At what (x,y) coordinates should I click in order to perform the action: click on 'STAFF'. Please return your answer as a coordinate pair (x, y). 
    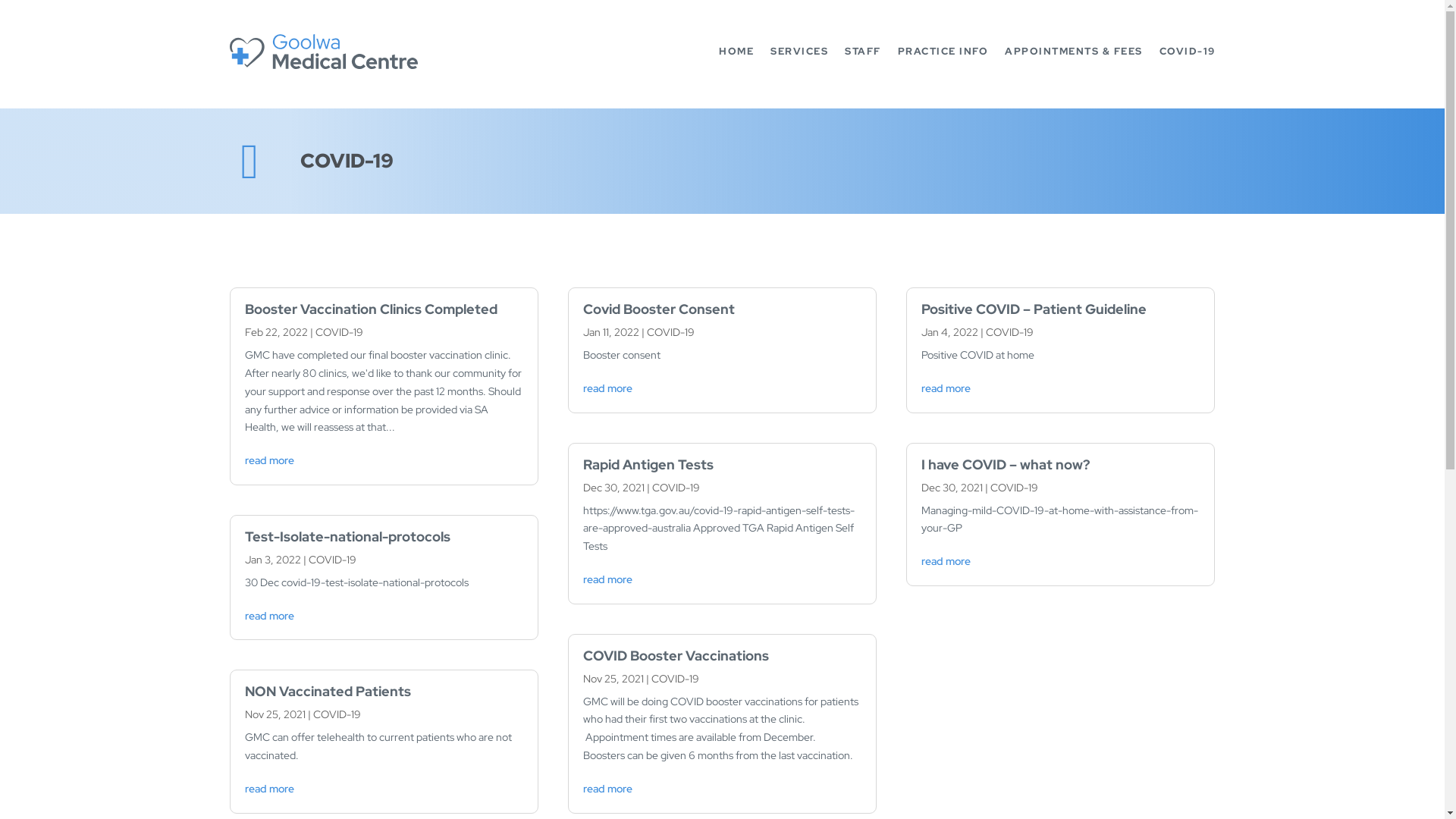
    Looking at the image, I should click on (862, 51).